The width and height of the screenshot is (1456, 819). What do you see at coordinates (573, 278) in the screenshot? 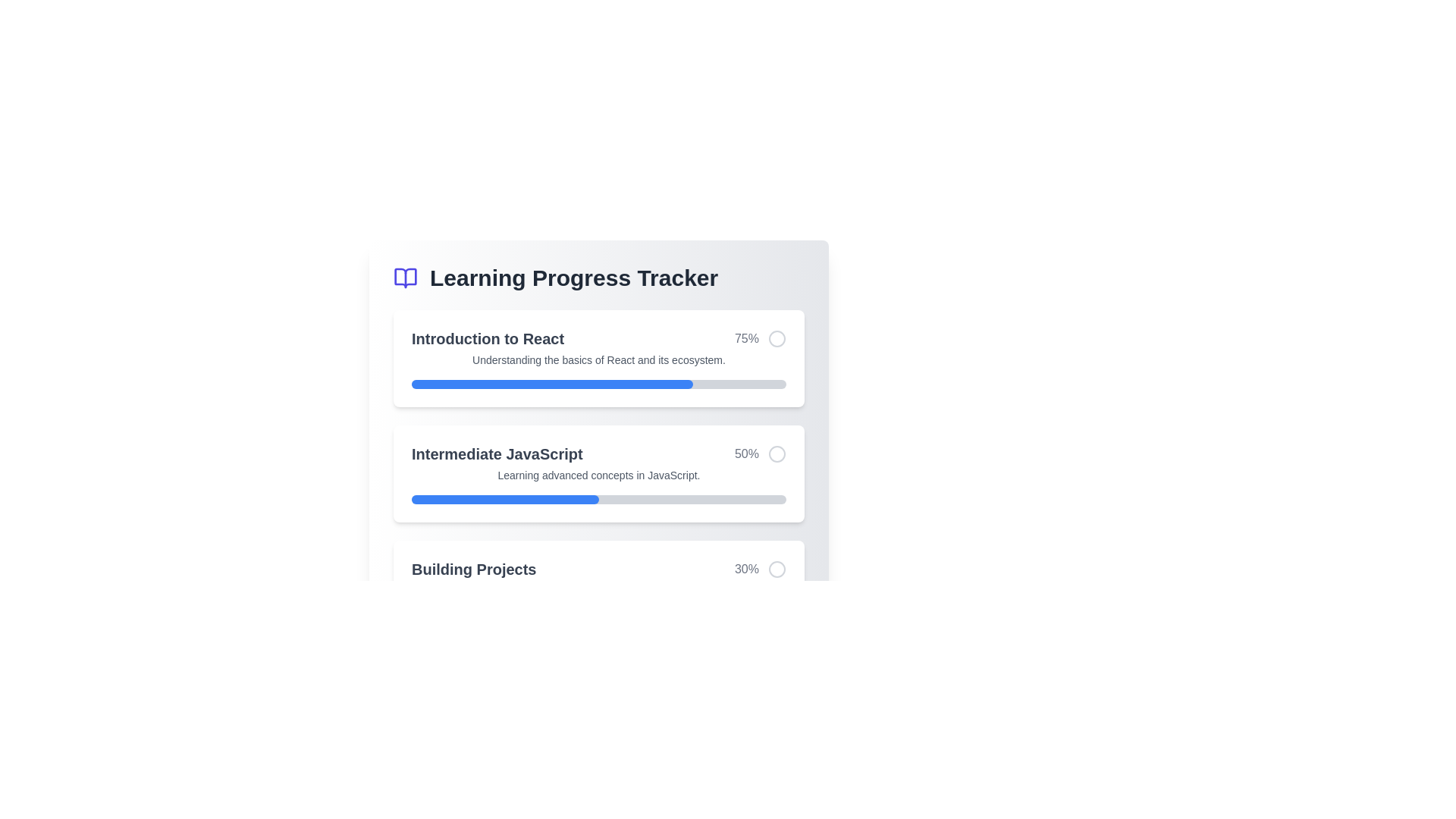
I see `the header text 'Learning Progress Tracker', which is prominently displayed in large, bold, dark-gray text, located to the right of an open book icon` at bounding box center [573, 278].